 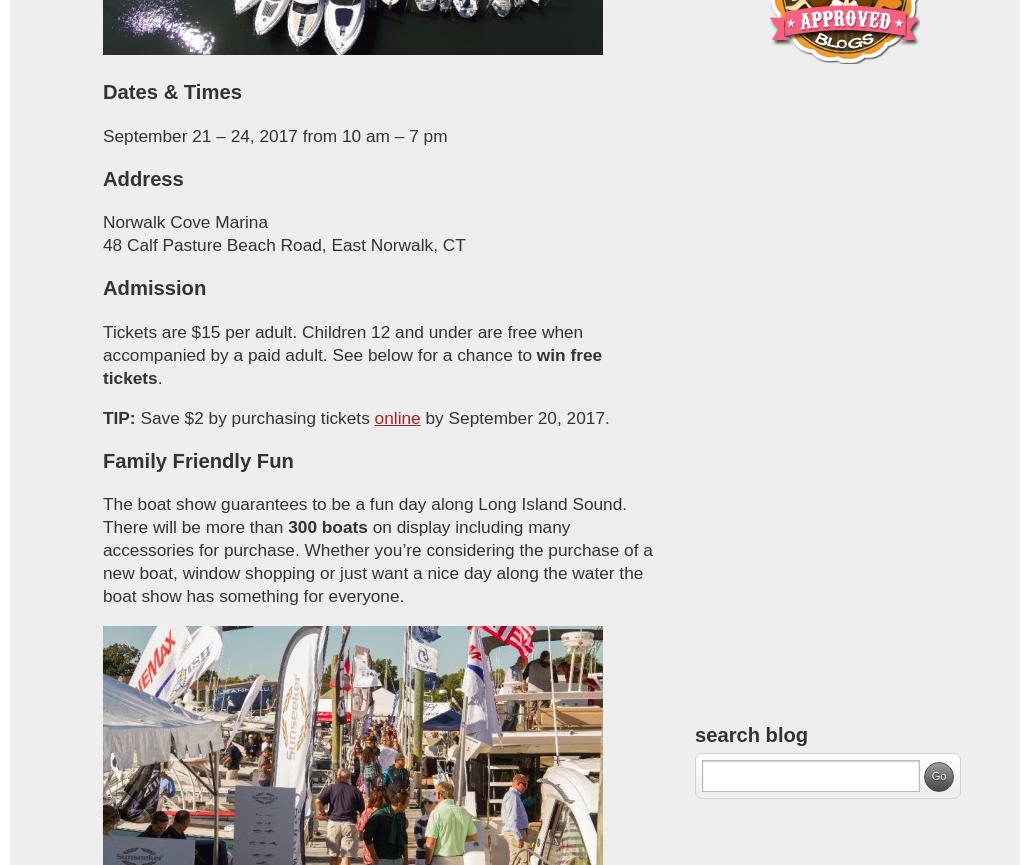 What do you see at coordinates (197, 459) in the screenshot?
I see `'Family Friendly Fun'` at bounding box center [197, 459].